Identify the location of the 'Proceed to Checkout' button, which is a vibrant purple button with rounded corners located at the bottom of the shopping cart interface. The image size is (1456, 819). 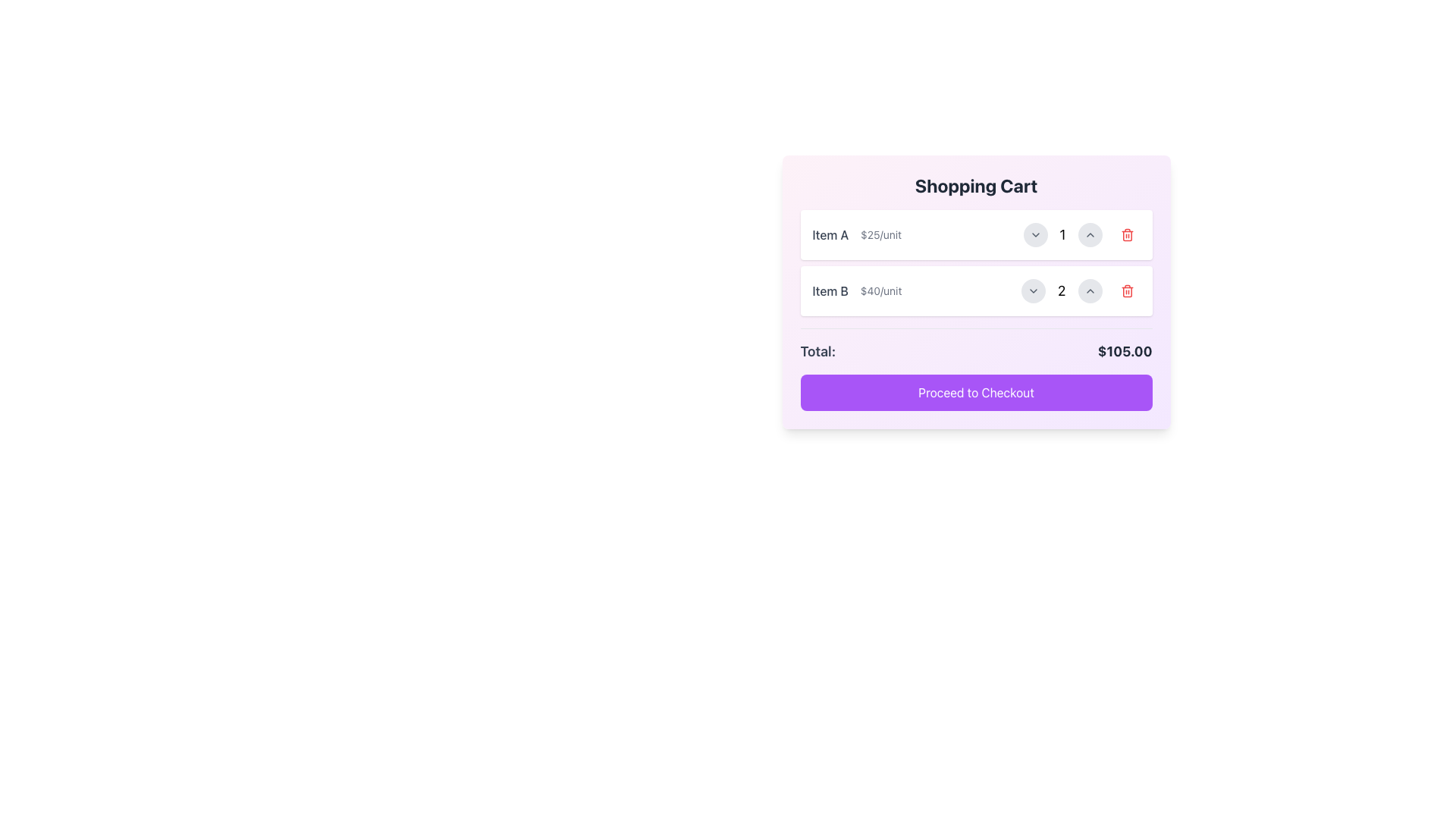
(976, 391).